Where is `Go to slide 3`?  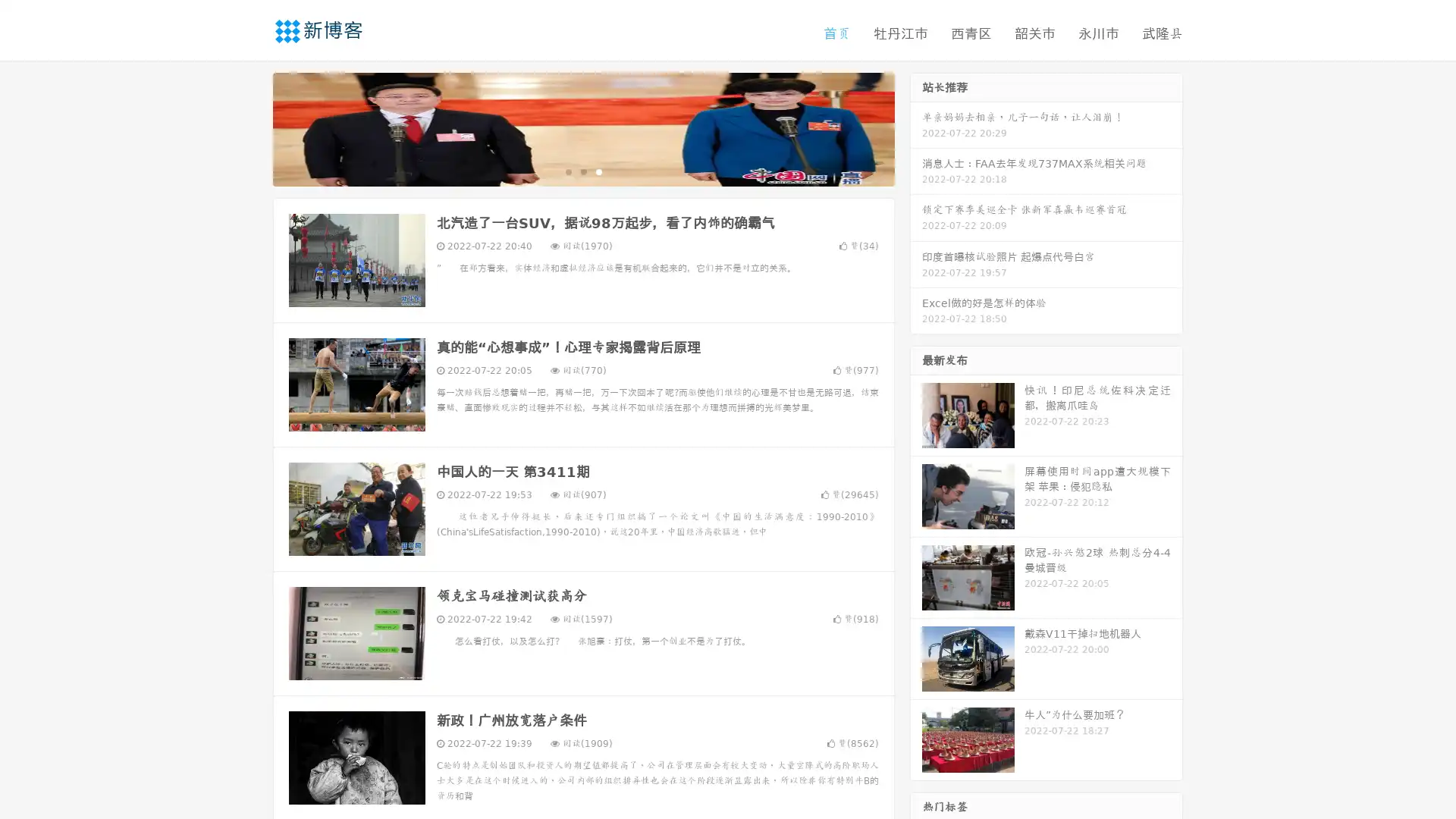
Go to slide 3 is located at coordinates (598, 171).